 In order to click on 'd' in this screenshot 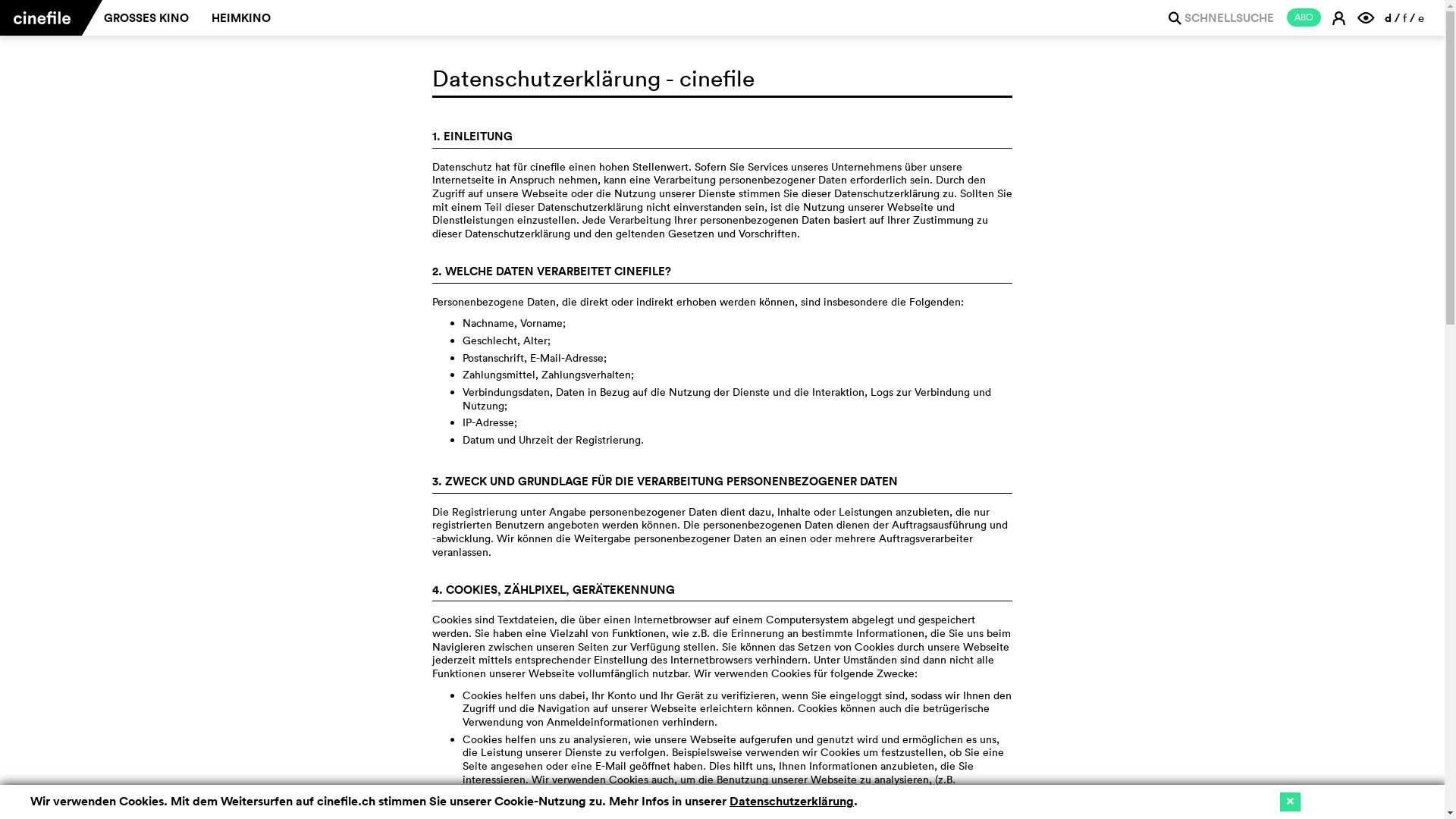, I will do `click(1388, 17)`.